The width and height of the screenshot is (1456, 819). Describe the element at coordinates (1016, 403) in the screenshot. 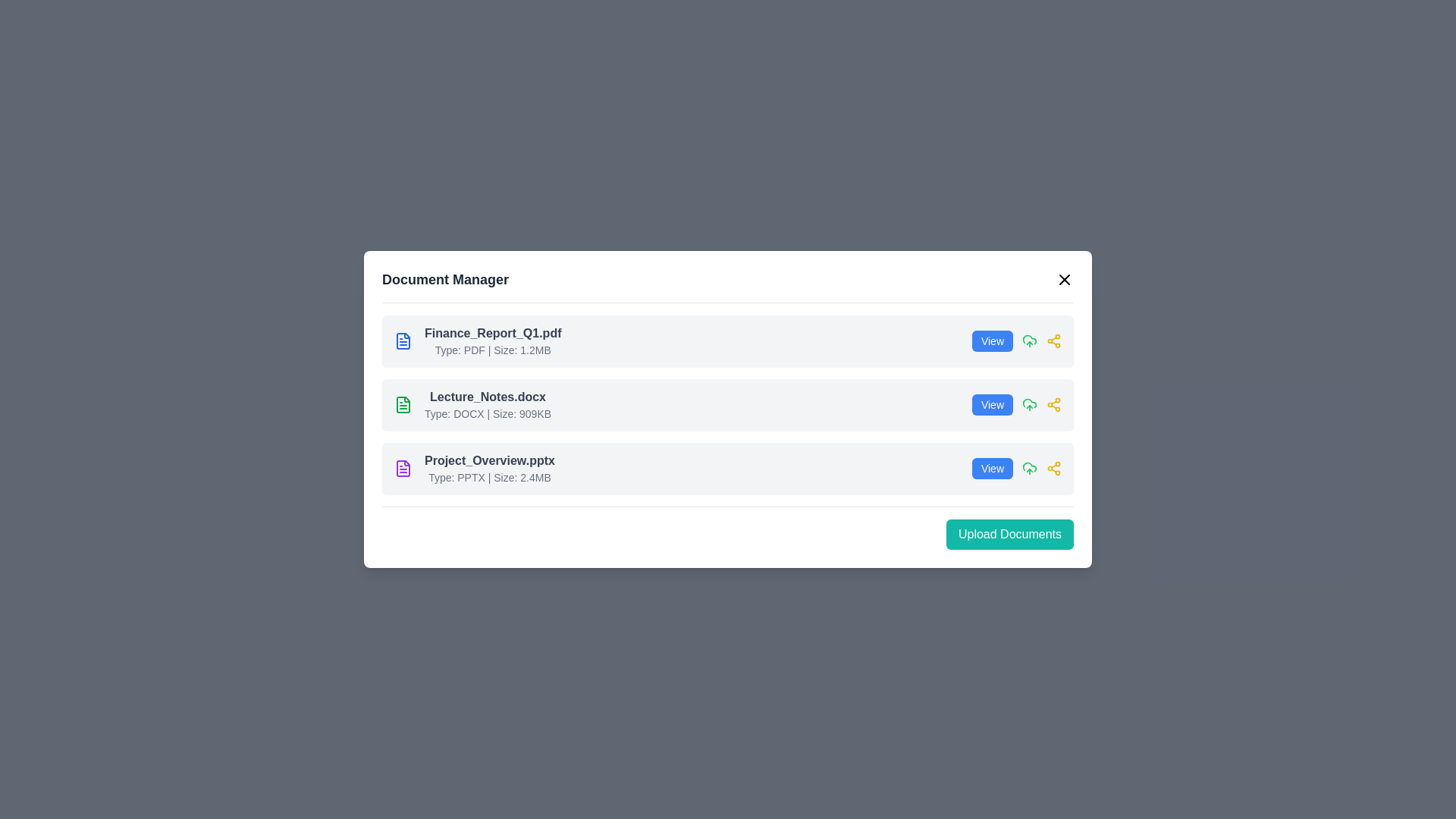

I see `the button that allows users` at that location.